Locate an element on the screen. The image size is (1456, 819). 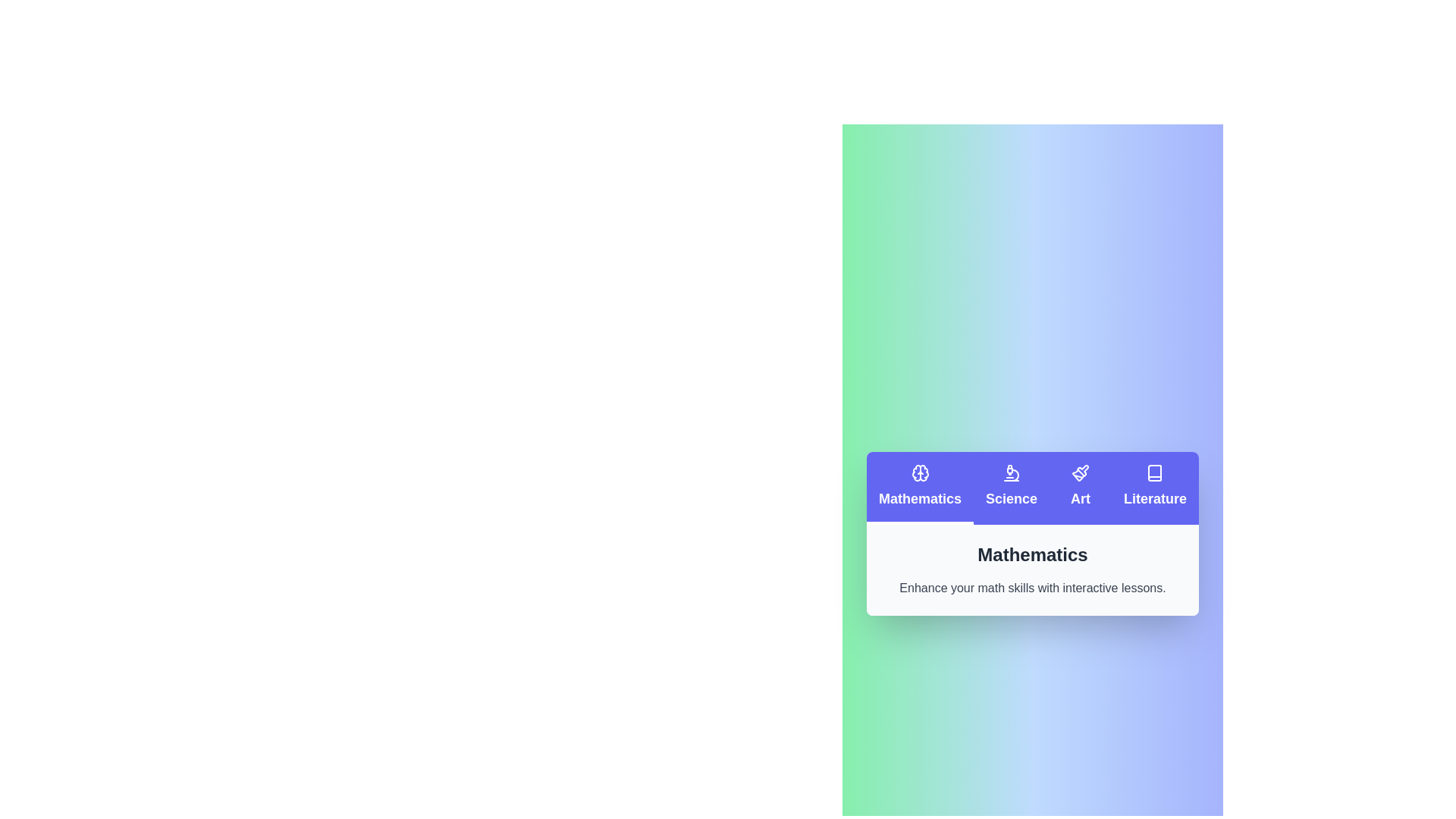
the Mathematics tab by clicking on it is located at coordinates (919, 488).